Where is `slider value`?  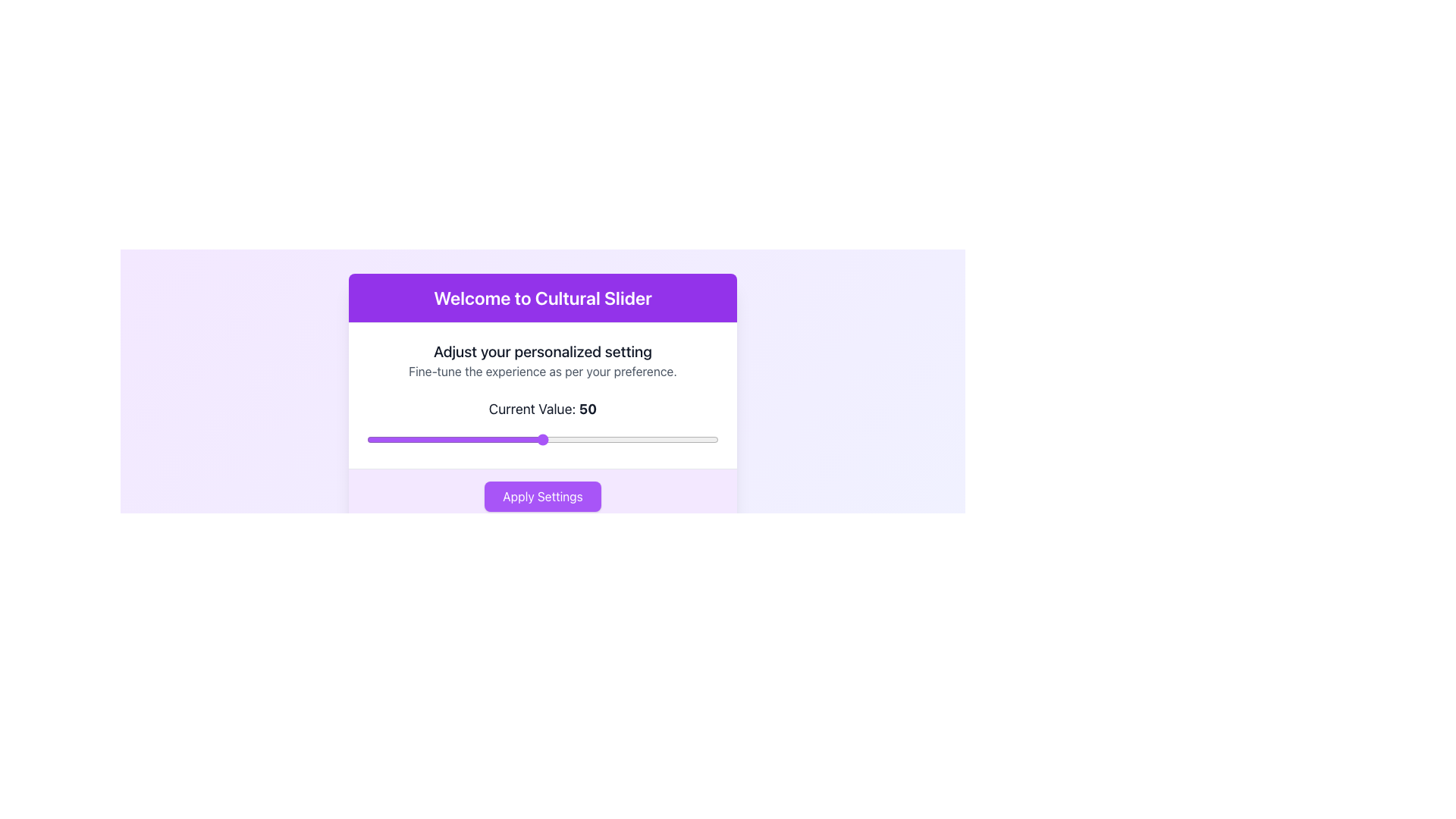
slider value is located at coordinates (436, 439).